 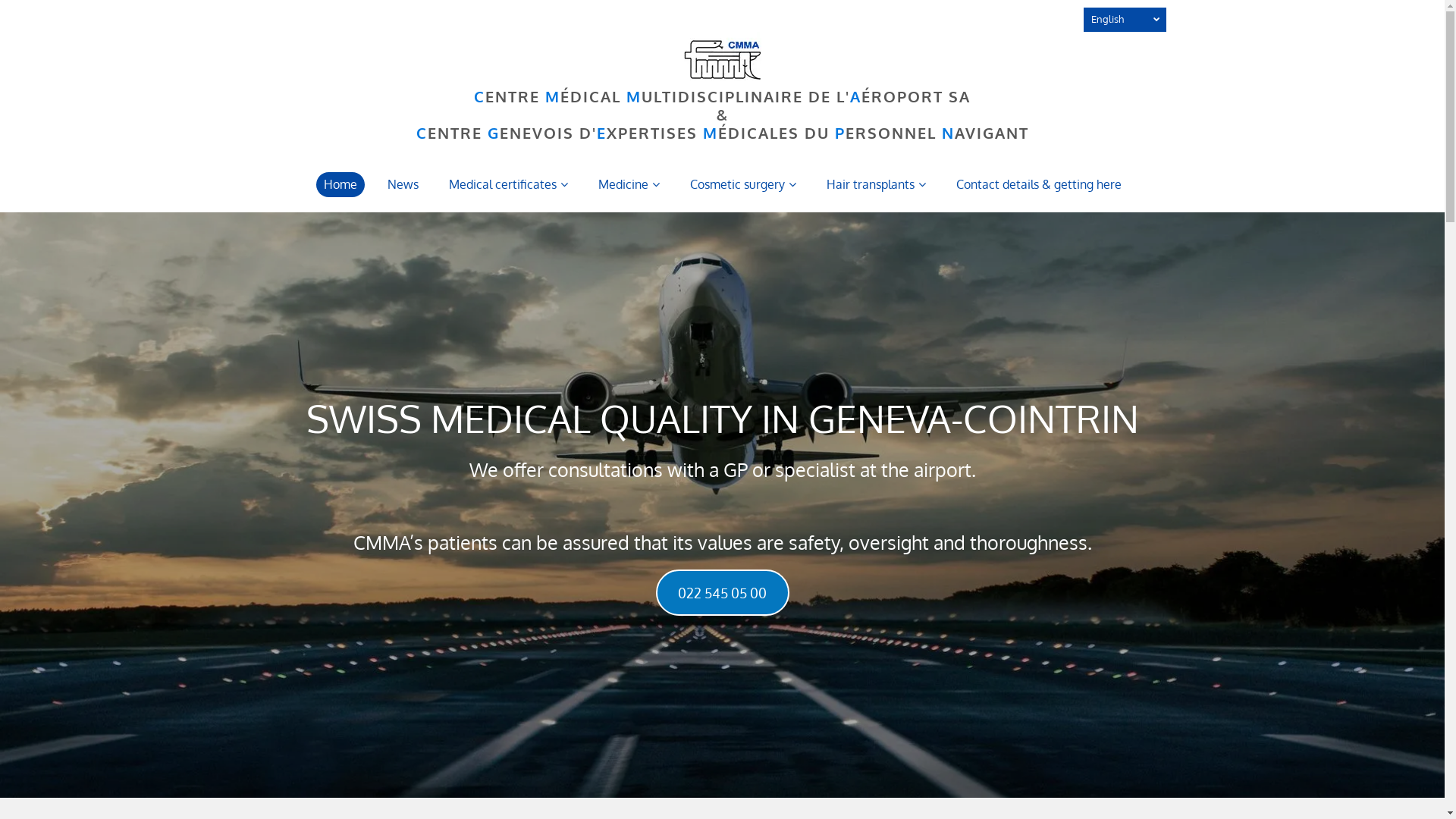 I want to click on 'M', so click(x=552, y=96).